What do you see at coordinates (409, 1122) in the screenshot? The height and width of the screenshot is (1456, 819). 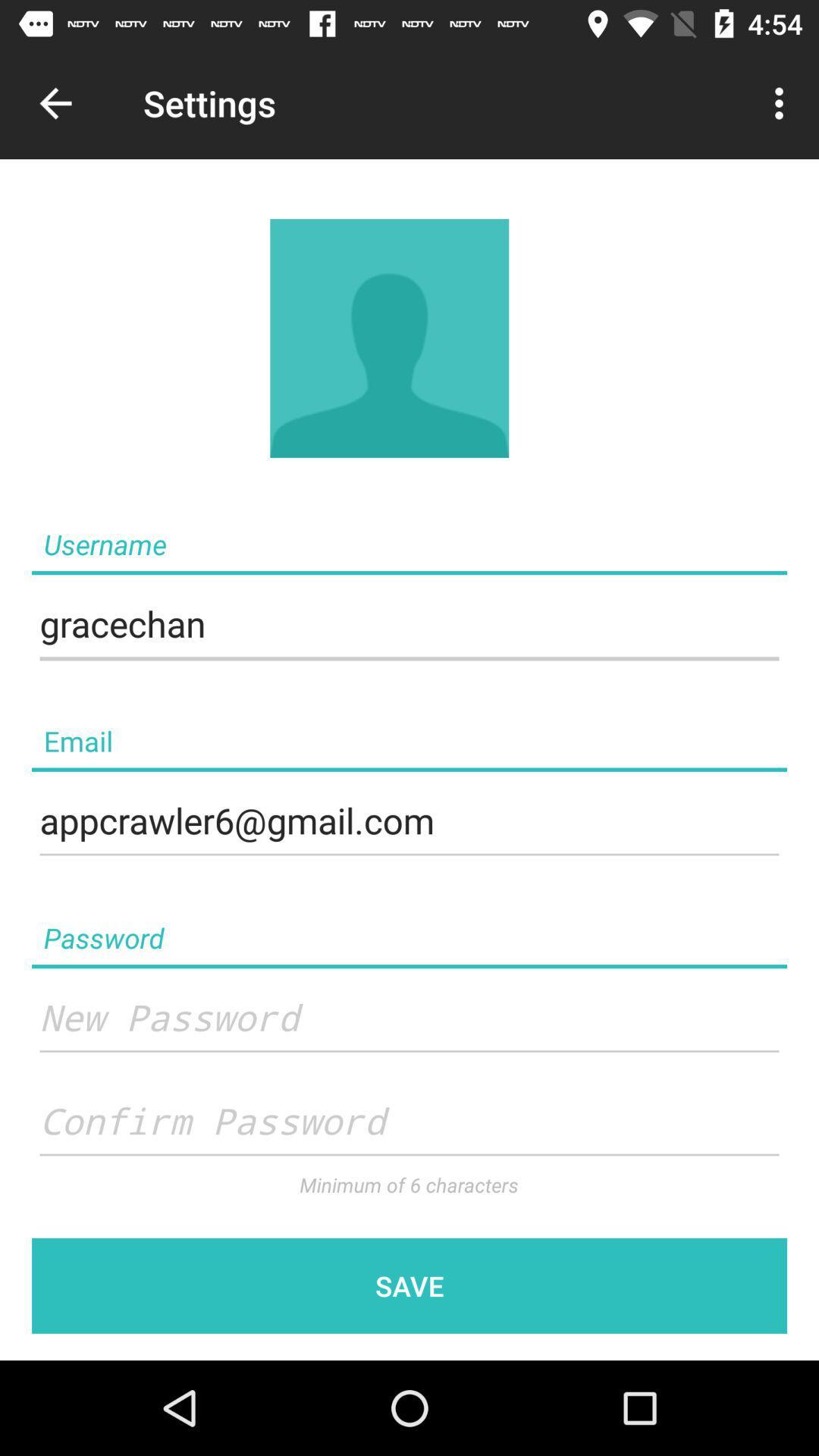 I see `text field which is above minimum of 6 characters on the page` at bounding box center [409, 1122].